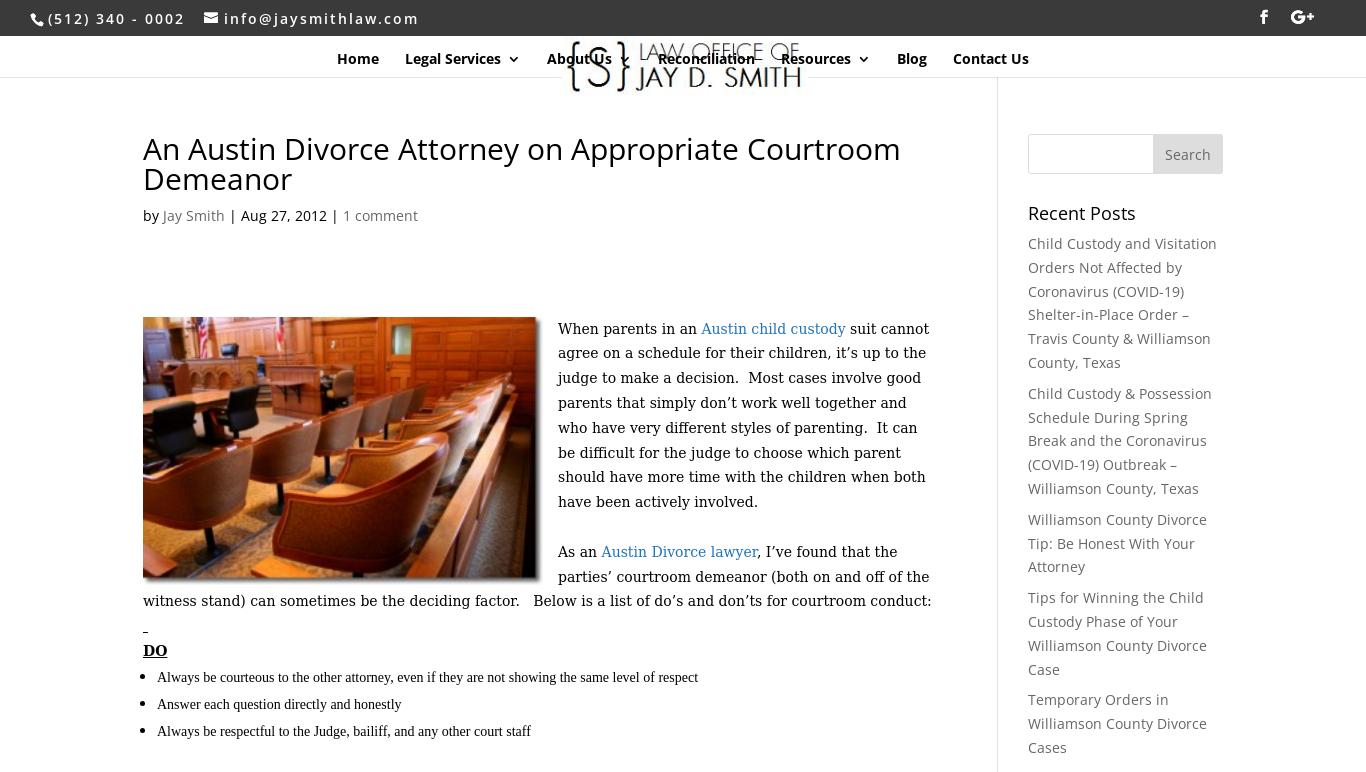 The image size is (1366, 772). Describe the element at coordinates (991, 57) in the screenshot. I see `'Contact Us'` at that location.